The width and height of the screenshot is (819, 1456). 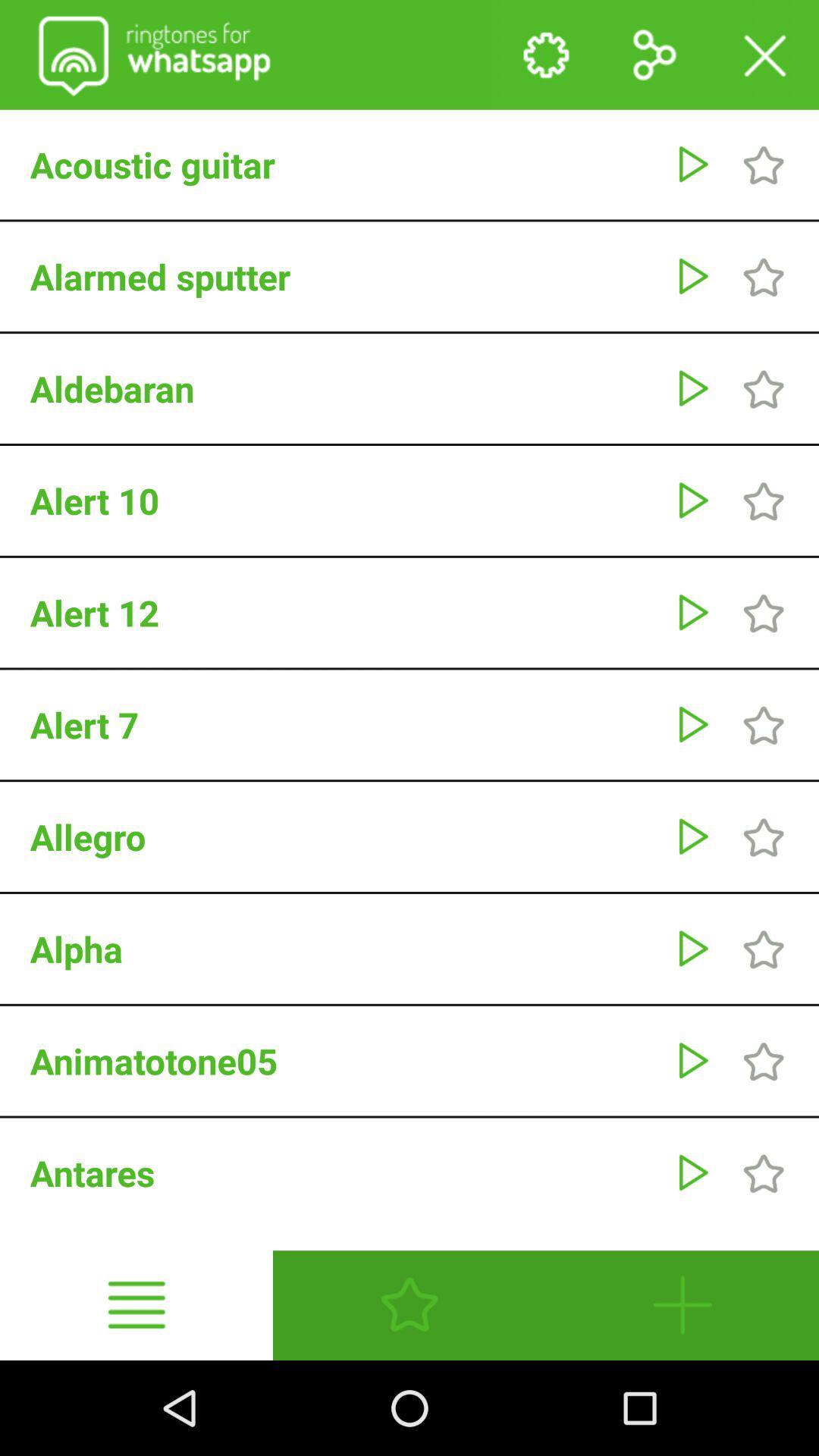 I want to click on allegro app, so click(x=344, y=836).